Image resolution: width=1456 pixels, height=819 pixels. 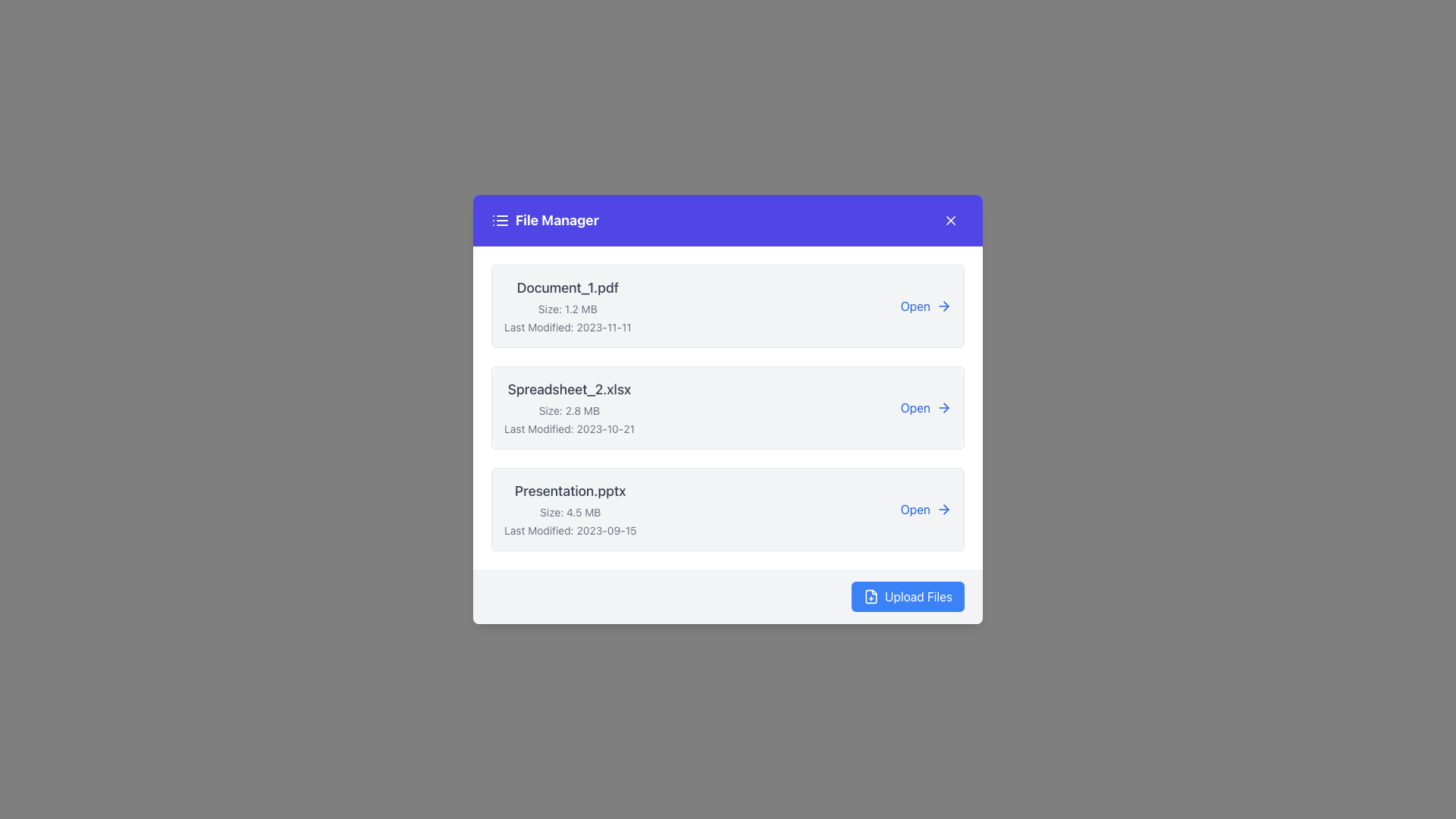 What do you see at coordinates (908, 595) in the screenshot?
I see `the 'Upload Files' blue button with rounded corners for keyboard navigation` at bounding box center [908, 595].